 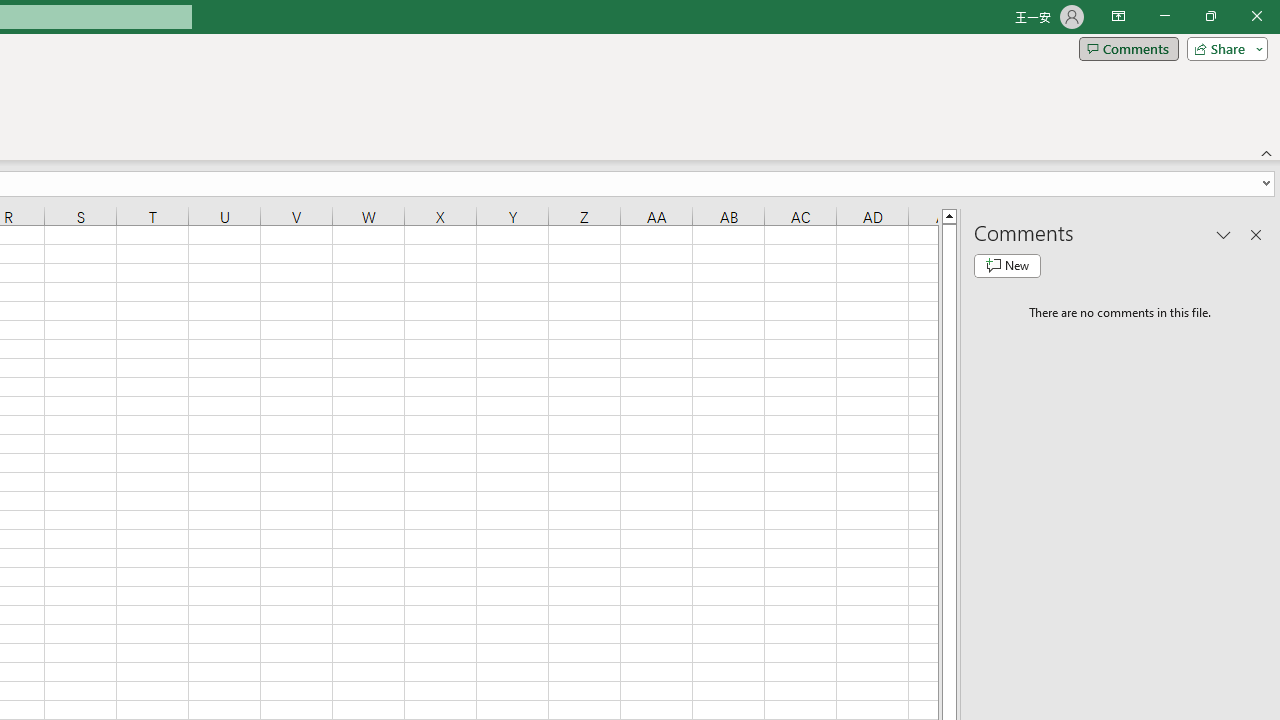 I want to click on 'Close', so click(x=1255, y=16).